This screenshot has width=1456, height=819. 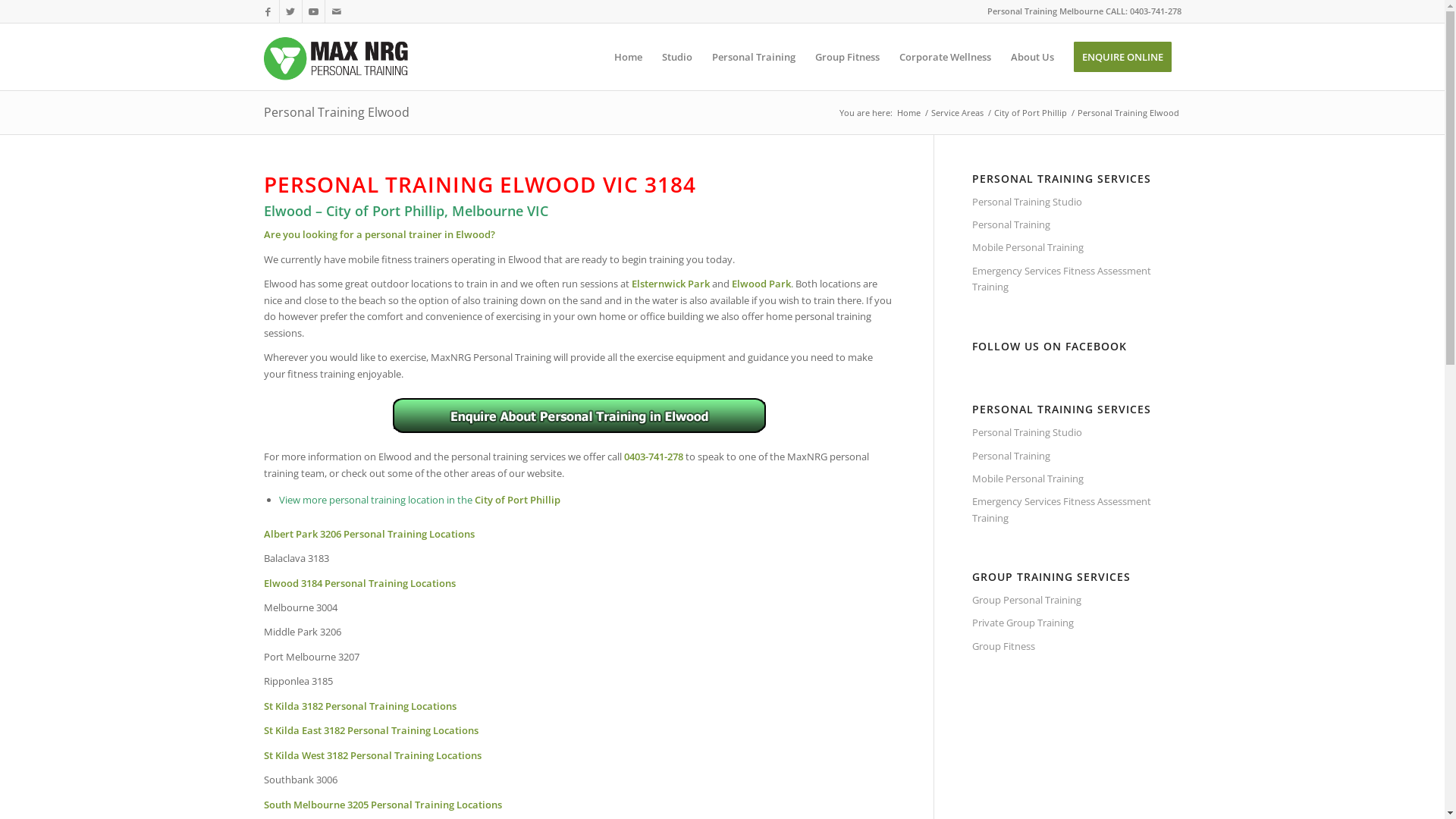 I want to click on 'ENQUIRE ONLINE', so click(x=1122, y=55).